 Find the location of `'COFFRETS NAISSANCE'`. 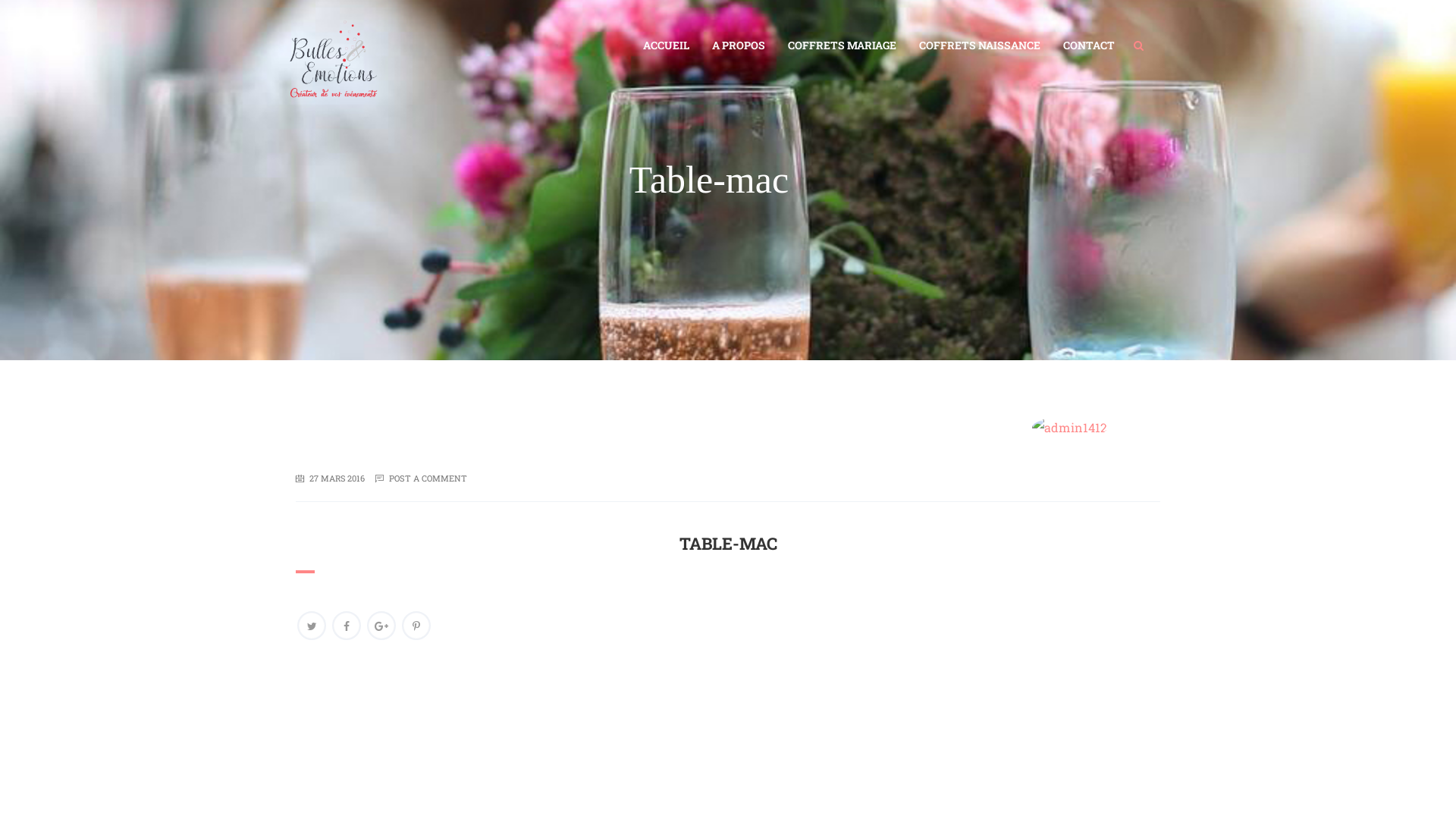

'COFFRETS NAISSANCE' is located at coordinates (979, 45).